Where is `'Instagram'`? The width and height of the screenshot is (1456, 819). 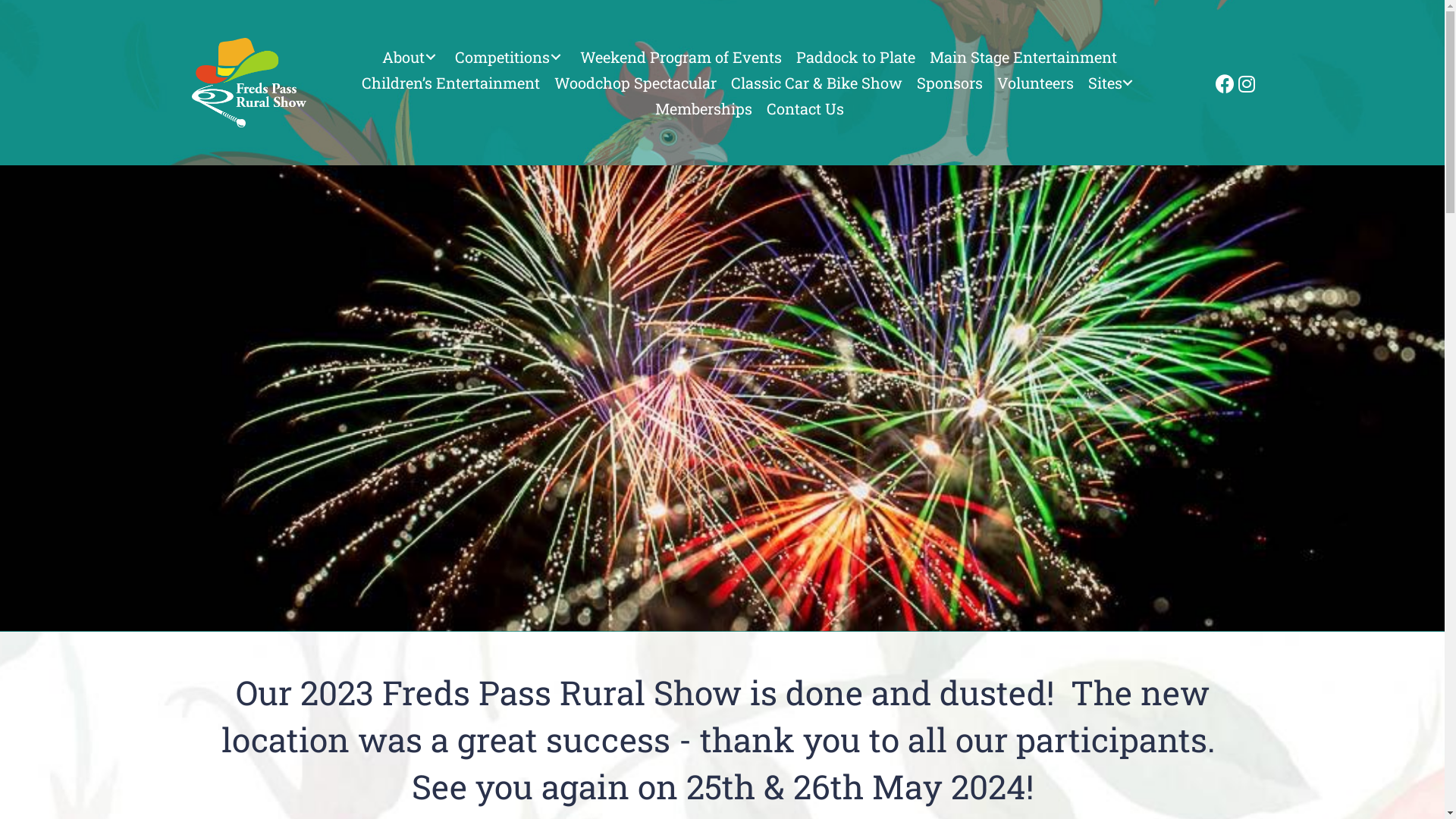 'Instagram' is located at coordinates (1244, 82).